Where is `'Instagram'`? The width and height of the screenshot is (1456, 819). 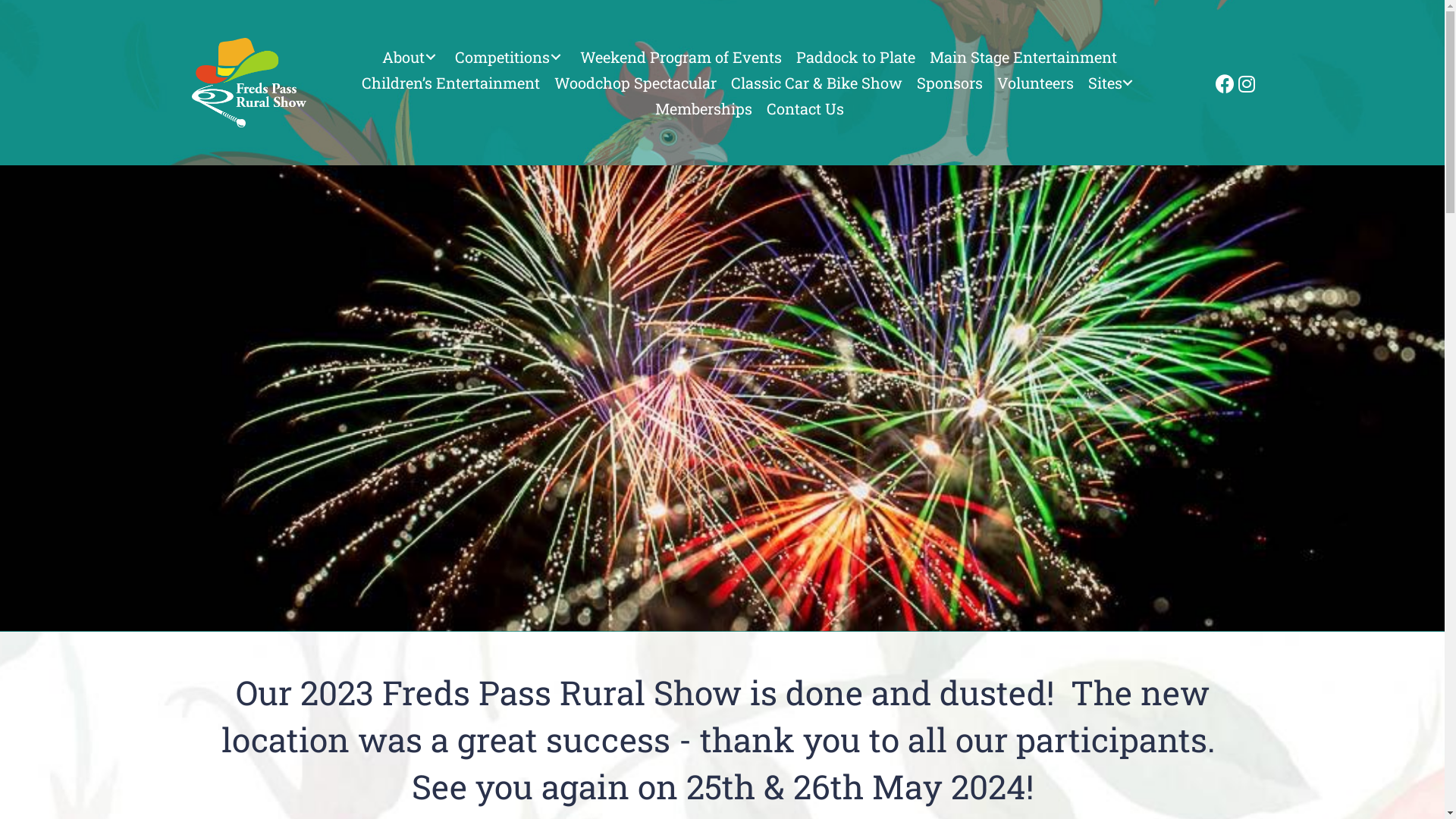 'Instagram' is located at coordinates (1244, 82).